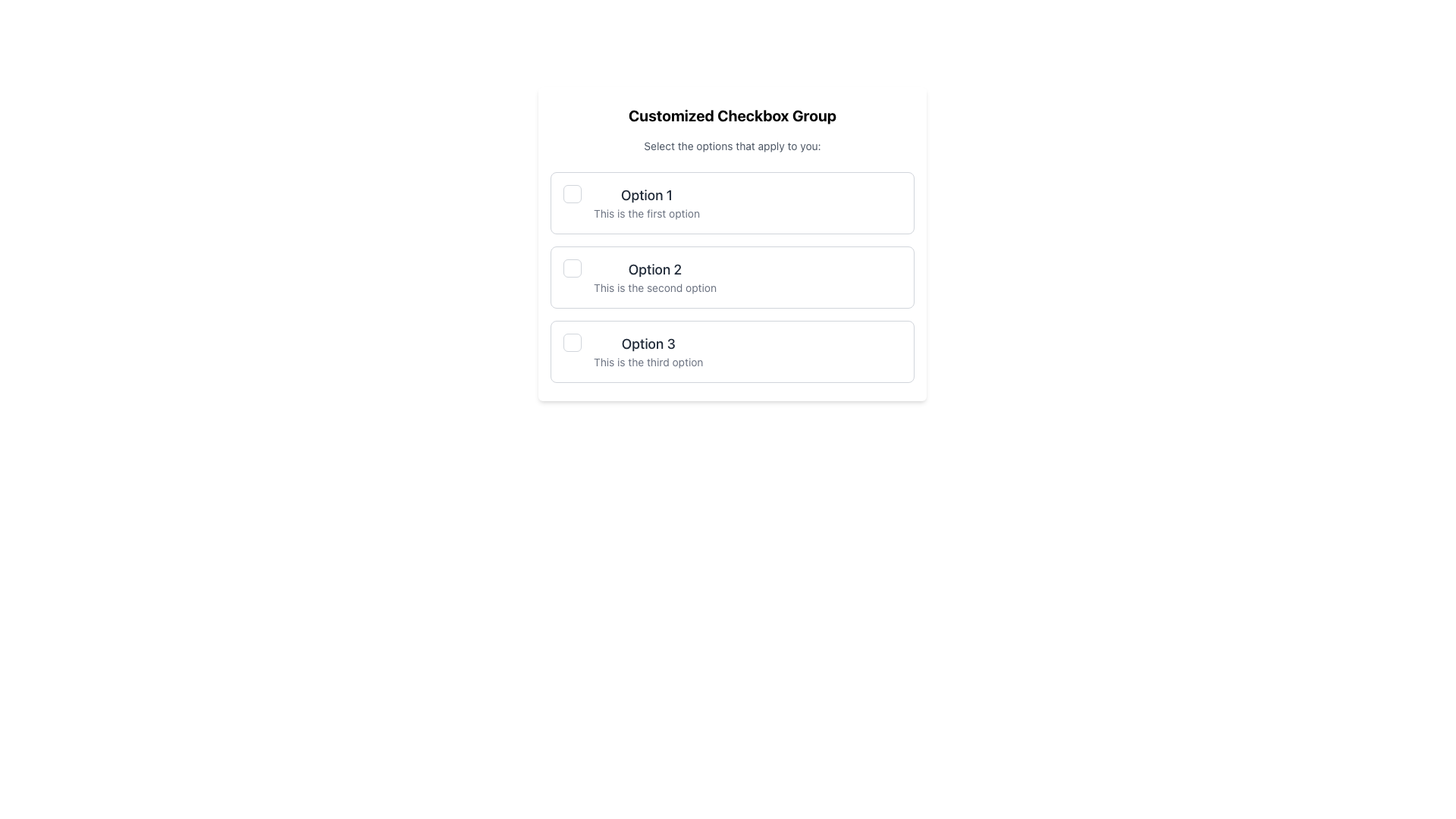  What do you see at coordinates (732, 146) in the screenshot?
I see `the instruction text label that guides users to interact with the options below it, positioned below the title 'Customized Checkbox Group'` at bounding box center [732, 146].